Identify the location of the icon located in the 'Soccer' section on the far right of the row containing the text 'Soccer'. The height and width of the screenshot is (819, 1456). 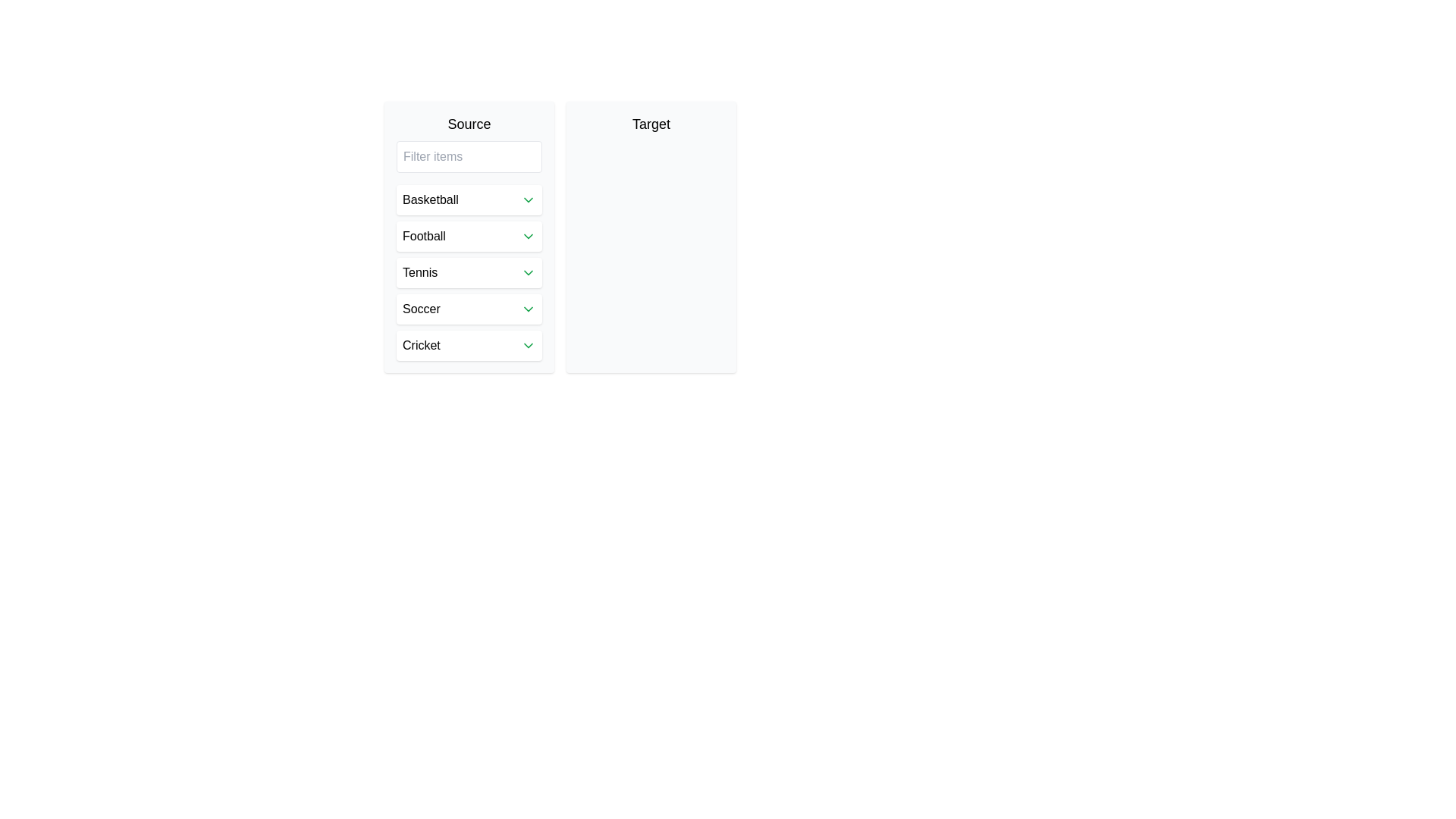
(528, 309).